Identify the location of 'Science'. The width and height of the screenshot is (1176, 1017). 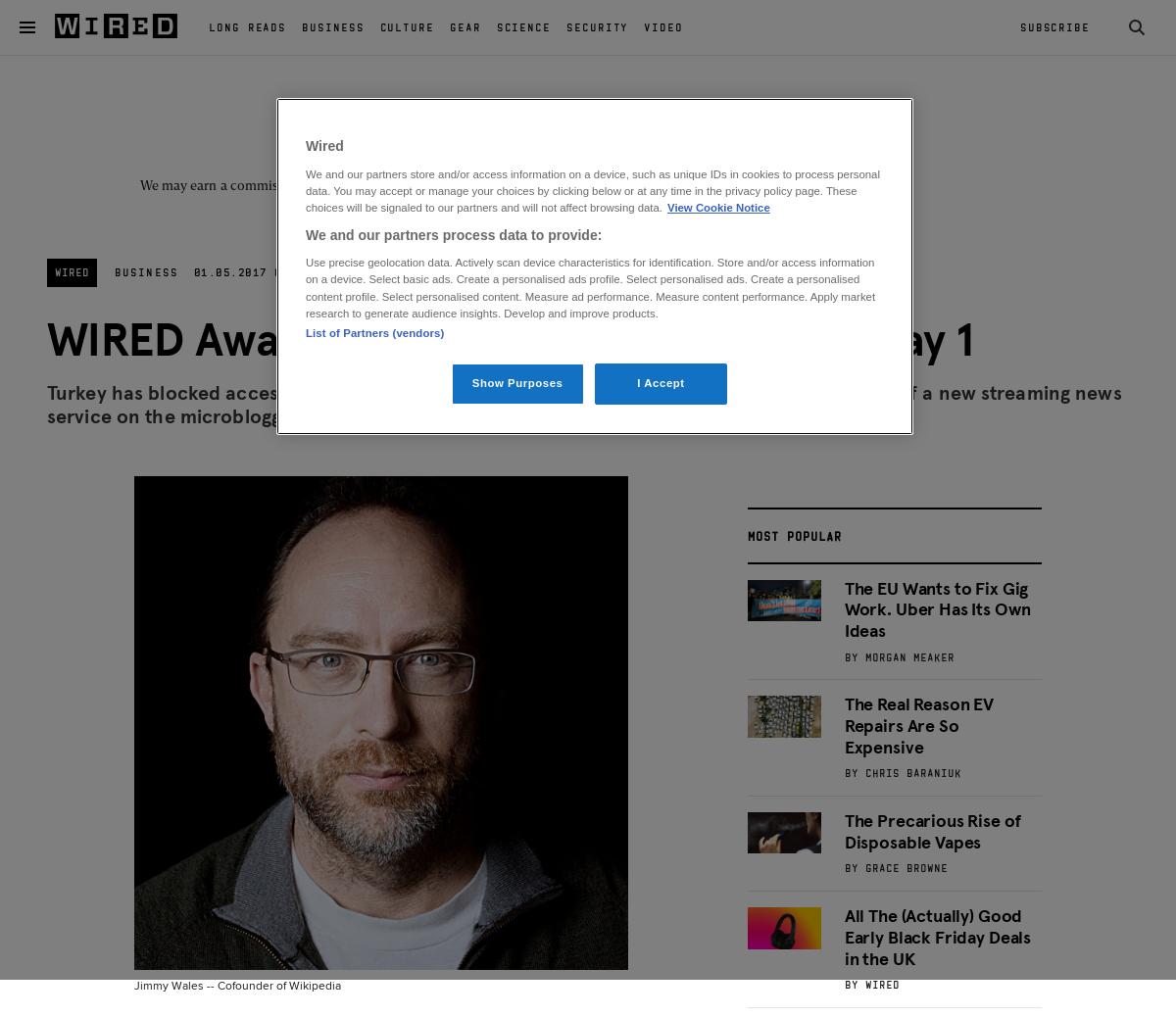
(522, 24).